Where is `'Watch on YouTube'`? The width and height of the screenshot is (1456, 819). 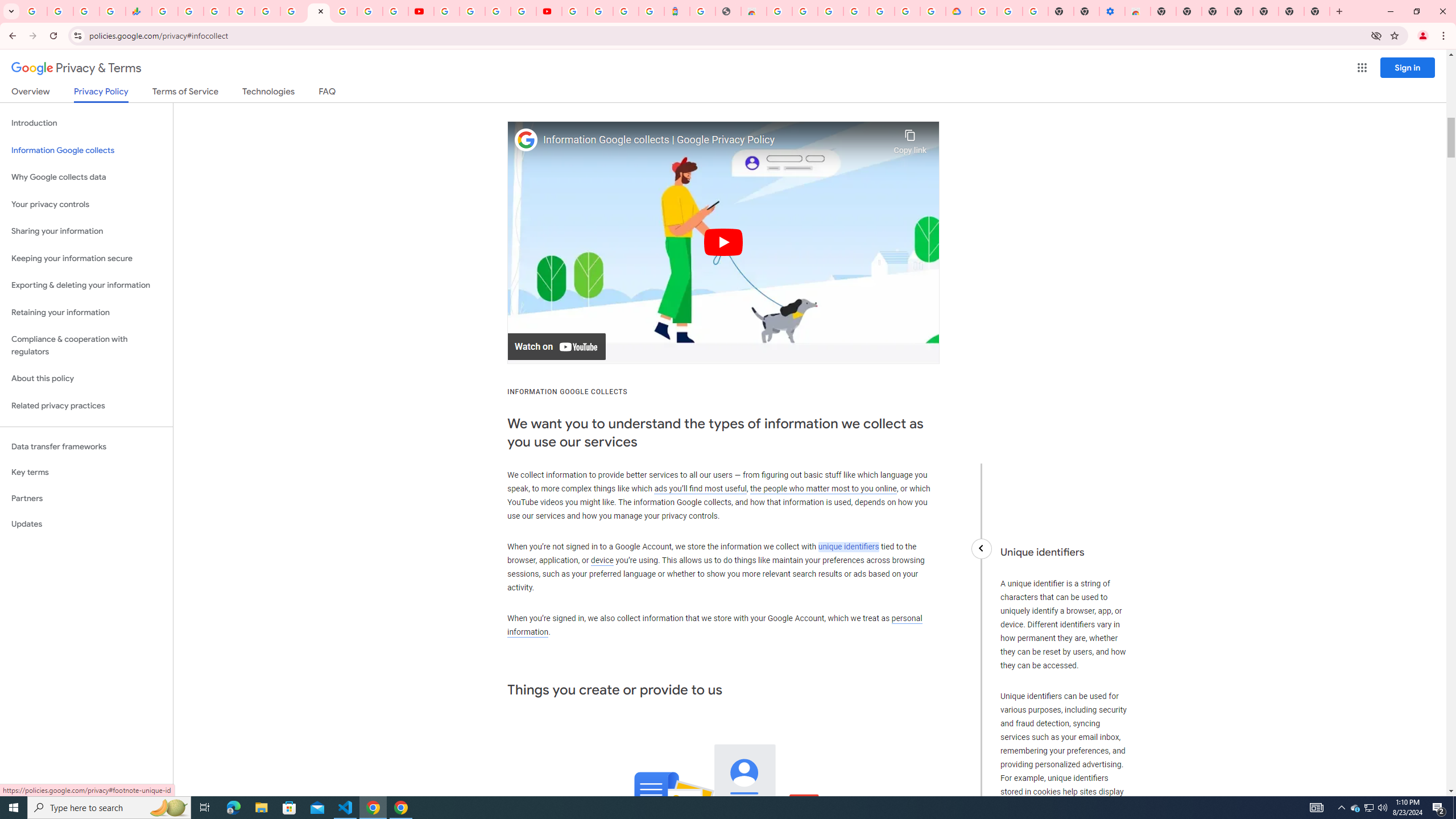
'Watch on YouTube' is located at coordinates (556, 346).